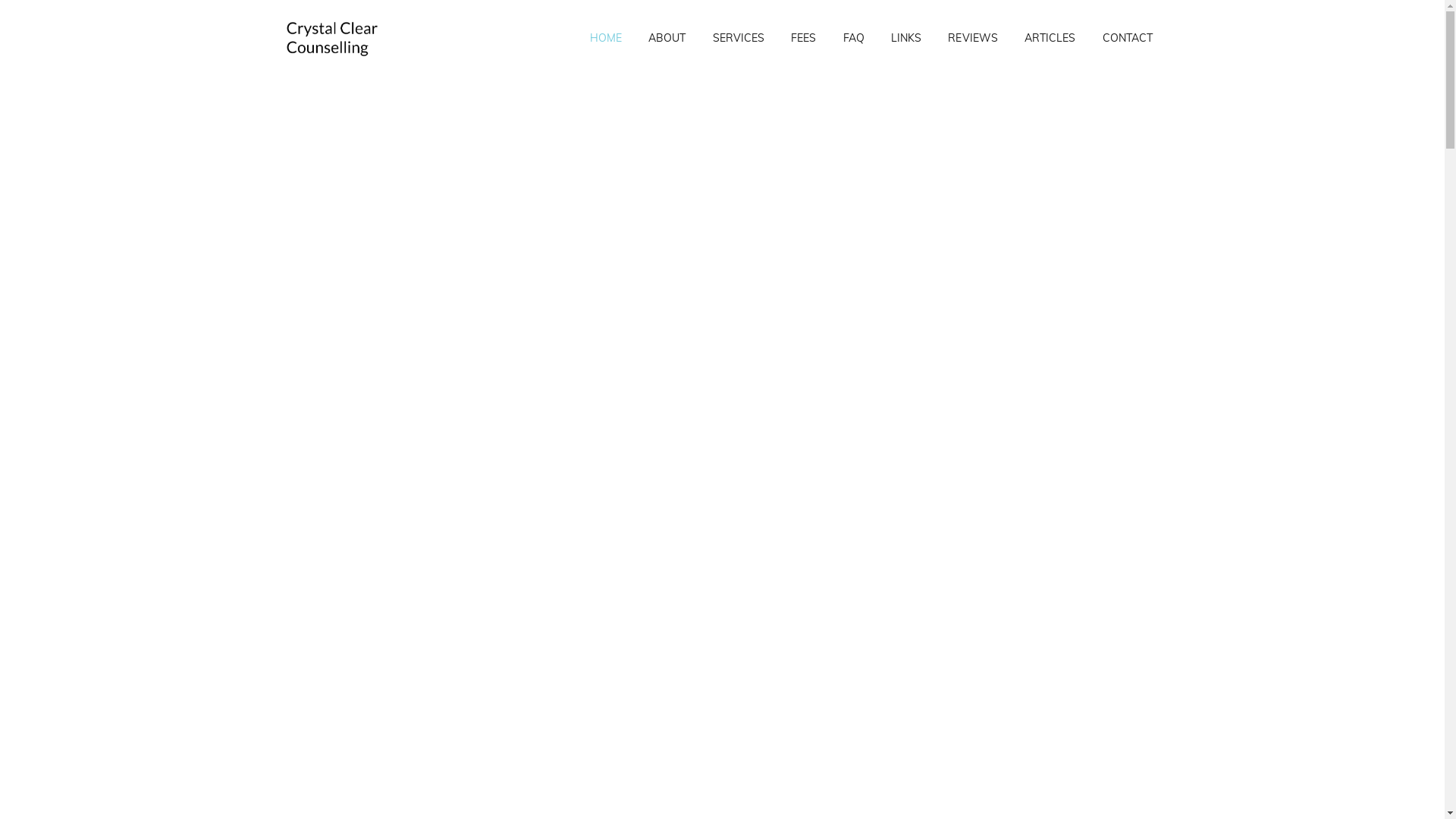 This screenshot has height=819, width=1456. What do you see at coordinates (1128, 37) in the screenshot?
I see `'CONTACT'` at bounding box center [1128, 37].